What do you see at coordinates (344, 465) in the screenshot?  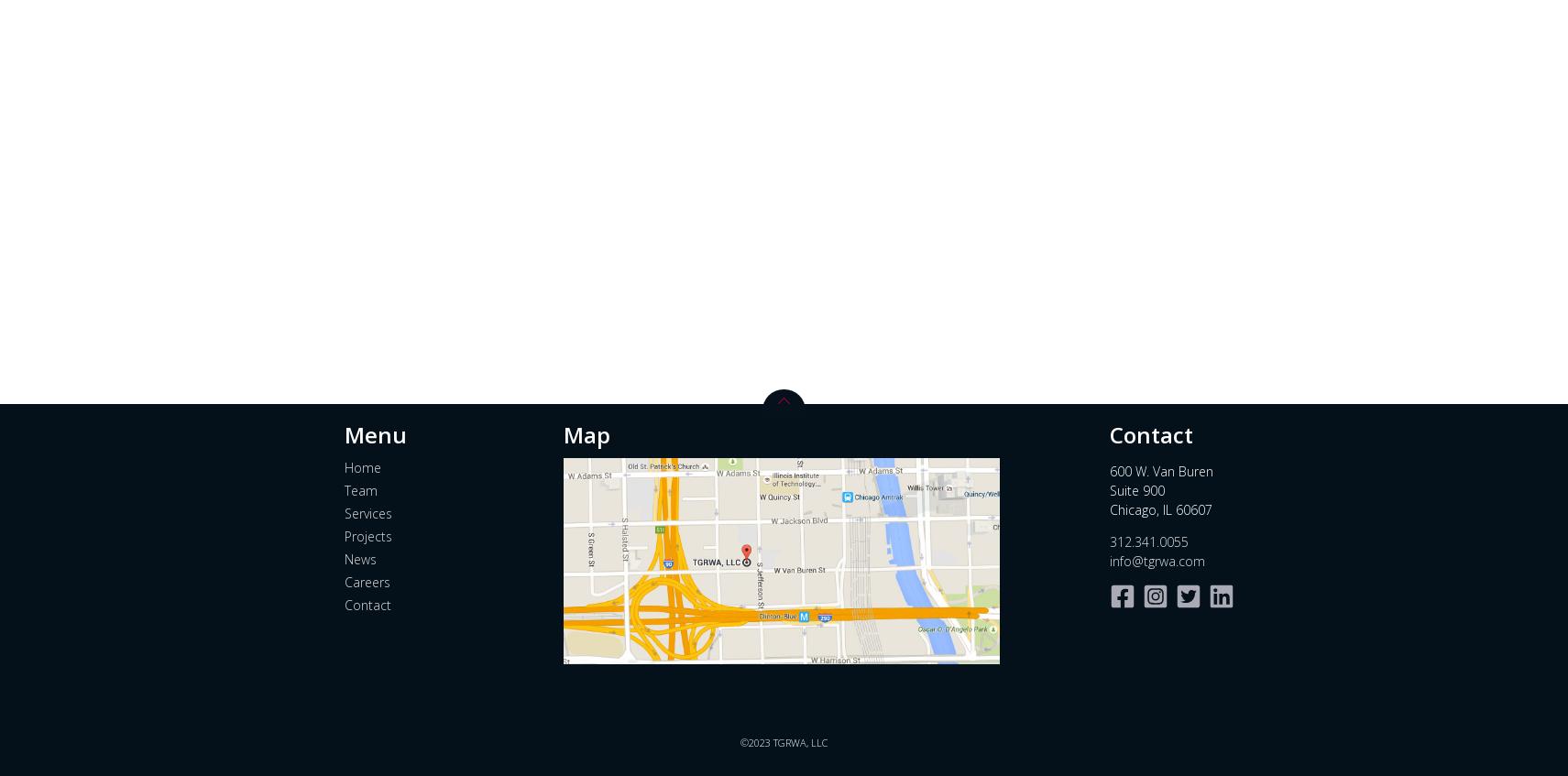 I see `'Home'` at bounding box center [344, 465].